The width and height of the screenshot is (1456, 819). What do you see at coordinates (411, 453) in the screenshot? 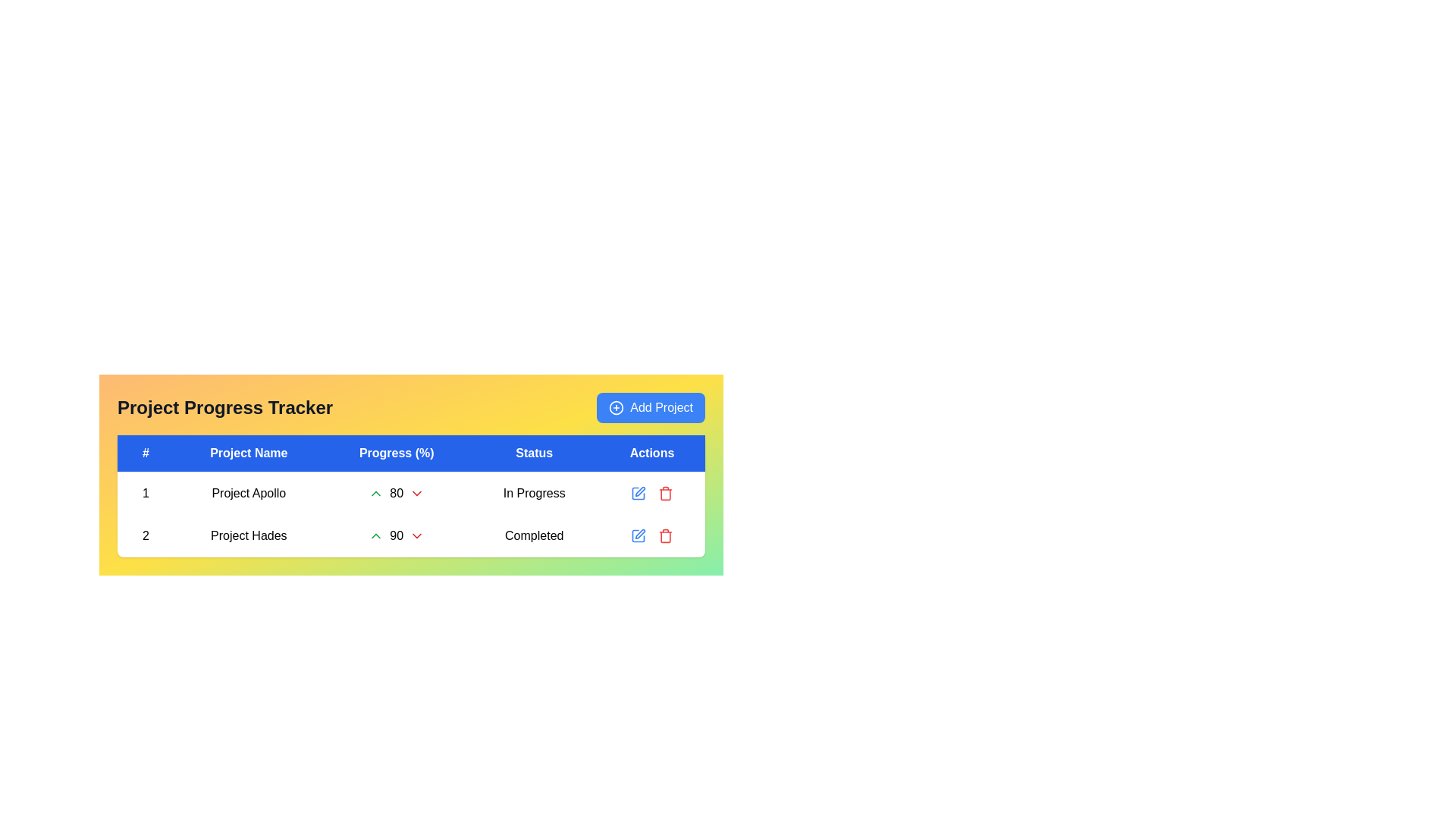
I see `the Table Header Row of the Project Progress Tracker, which features a blue background with white bold text and contains five column titles: '#', 'Project Name', 'Progress (%)', 'Status', and 'Actions'` at bounding box center [411, 453].